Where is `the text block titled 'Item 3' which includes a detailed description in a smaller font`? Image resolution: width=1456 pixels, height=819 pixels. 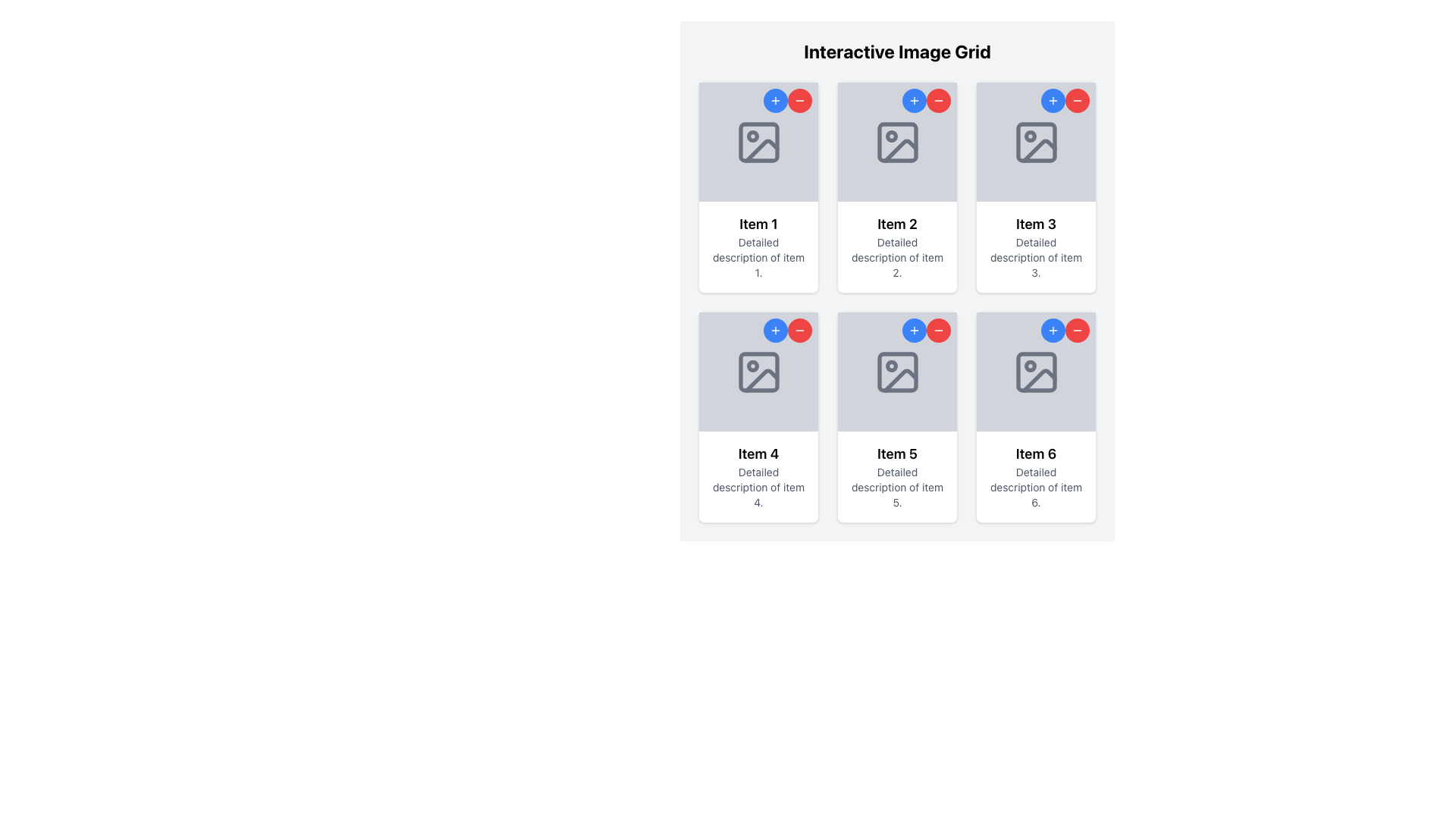
the text block titled 'Item 3' which includes a detailed description in a smaller font is located at coordinates (1035, 246).